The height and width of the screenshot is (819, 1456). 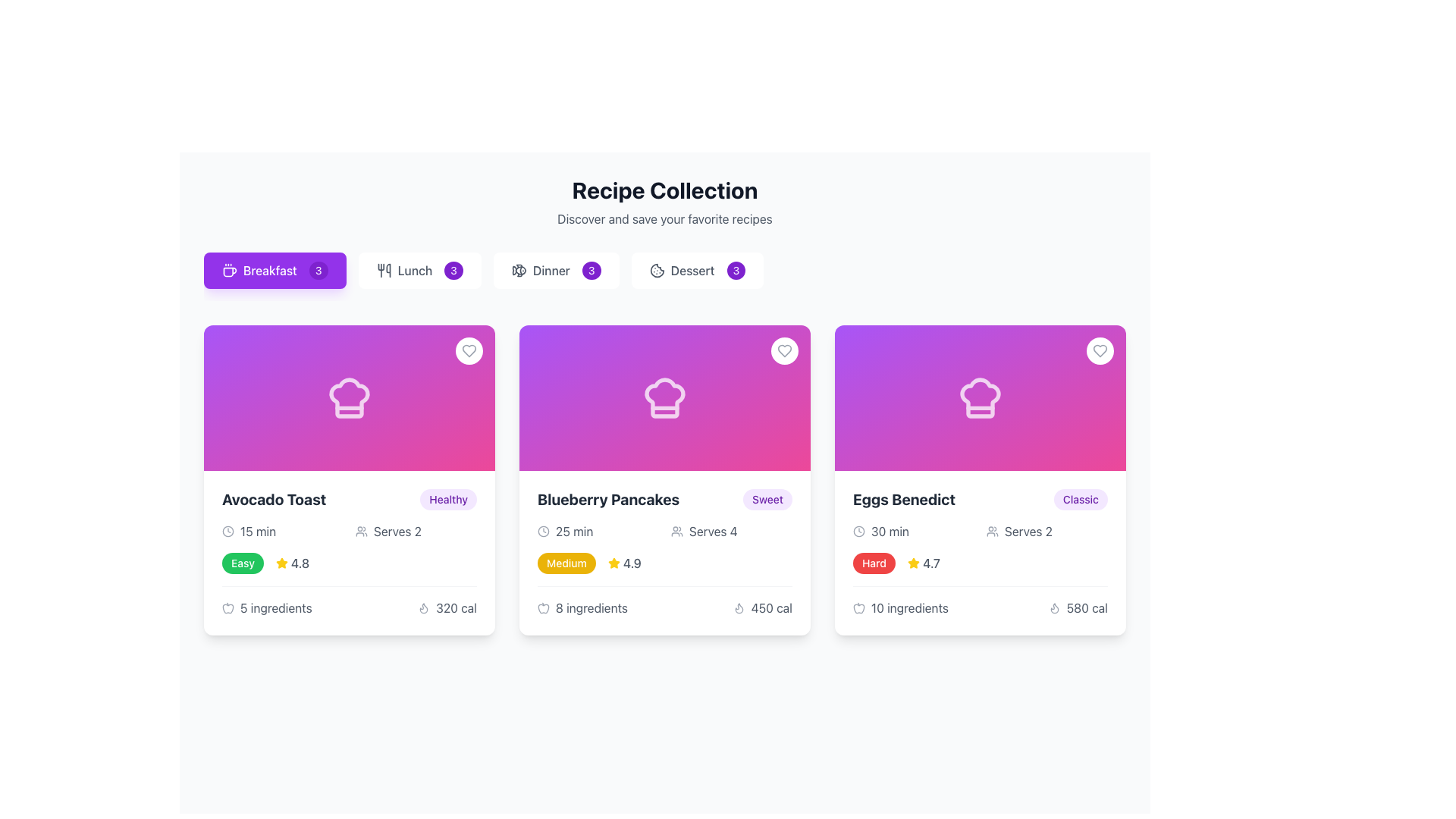 I want to click on the heart-shaped icon in the top-right corner of the 'Blueberry Pancakes' recipe card to favorite the item, so click(x=785, y=350).